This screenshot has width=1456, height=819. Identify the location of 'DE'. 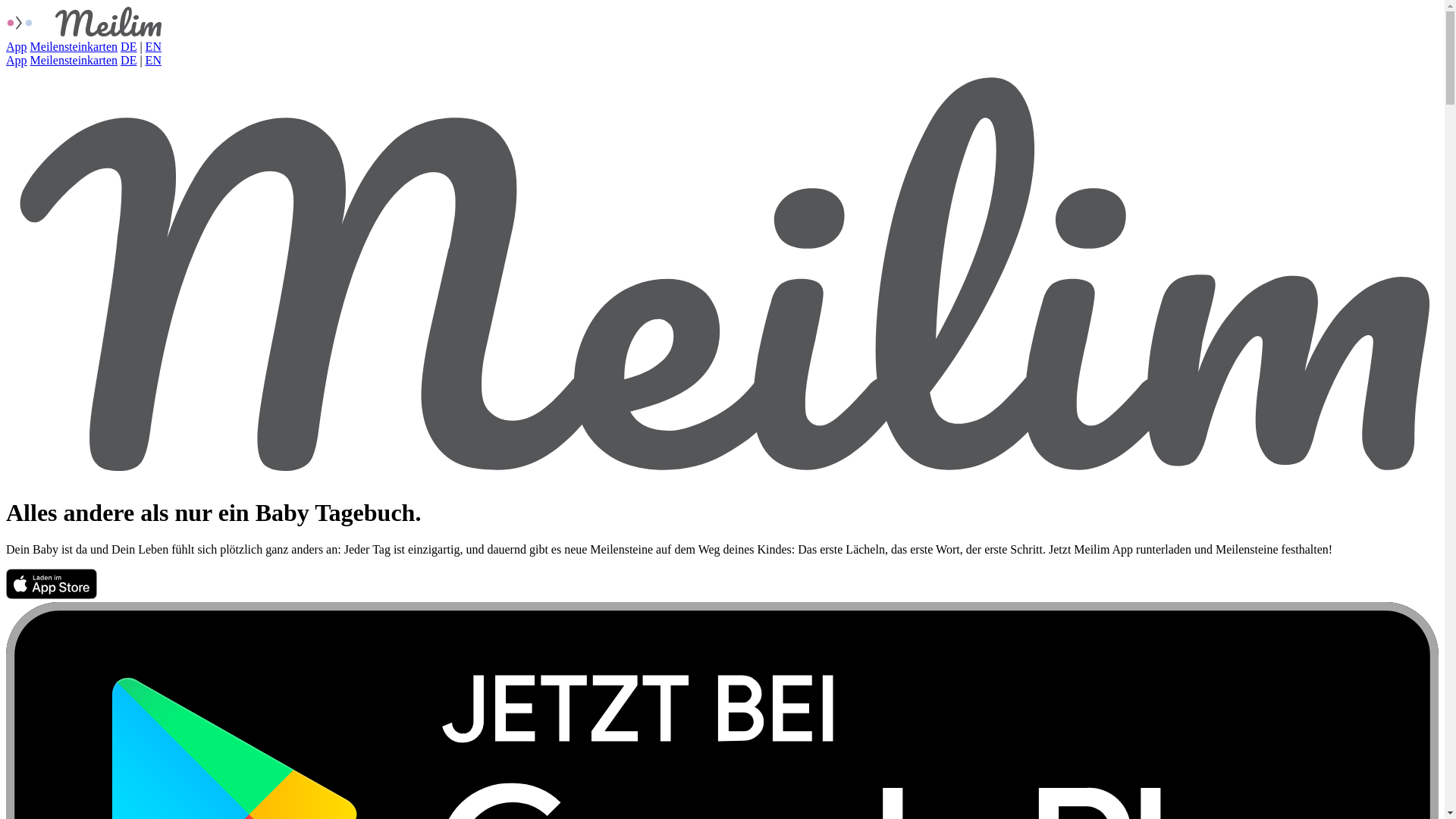
(128, 59).